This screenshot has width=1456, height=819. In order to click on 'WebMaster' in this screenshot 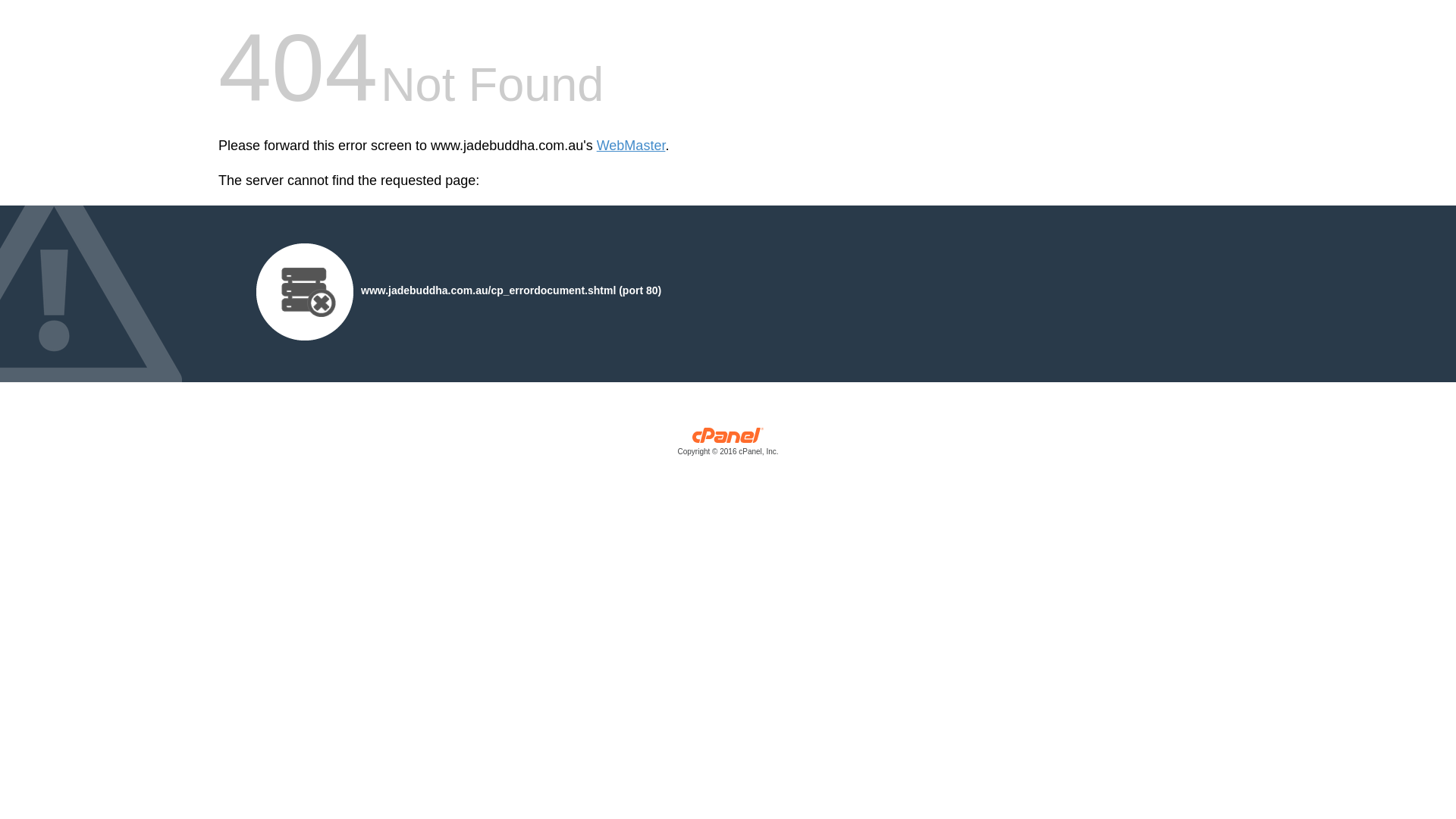, I will do `click(631, 146)`.